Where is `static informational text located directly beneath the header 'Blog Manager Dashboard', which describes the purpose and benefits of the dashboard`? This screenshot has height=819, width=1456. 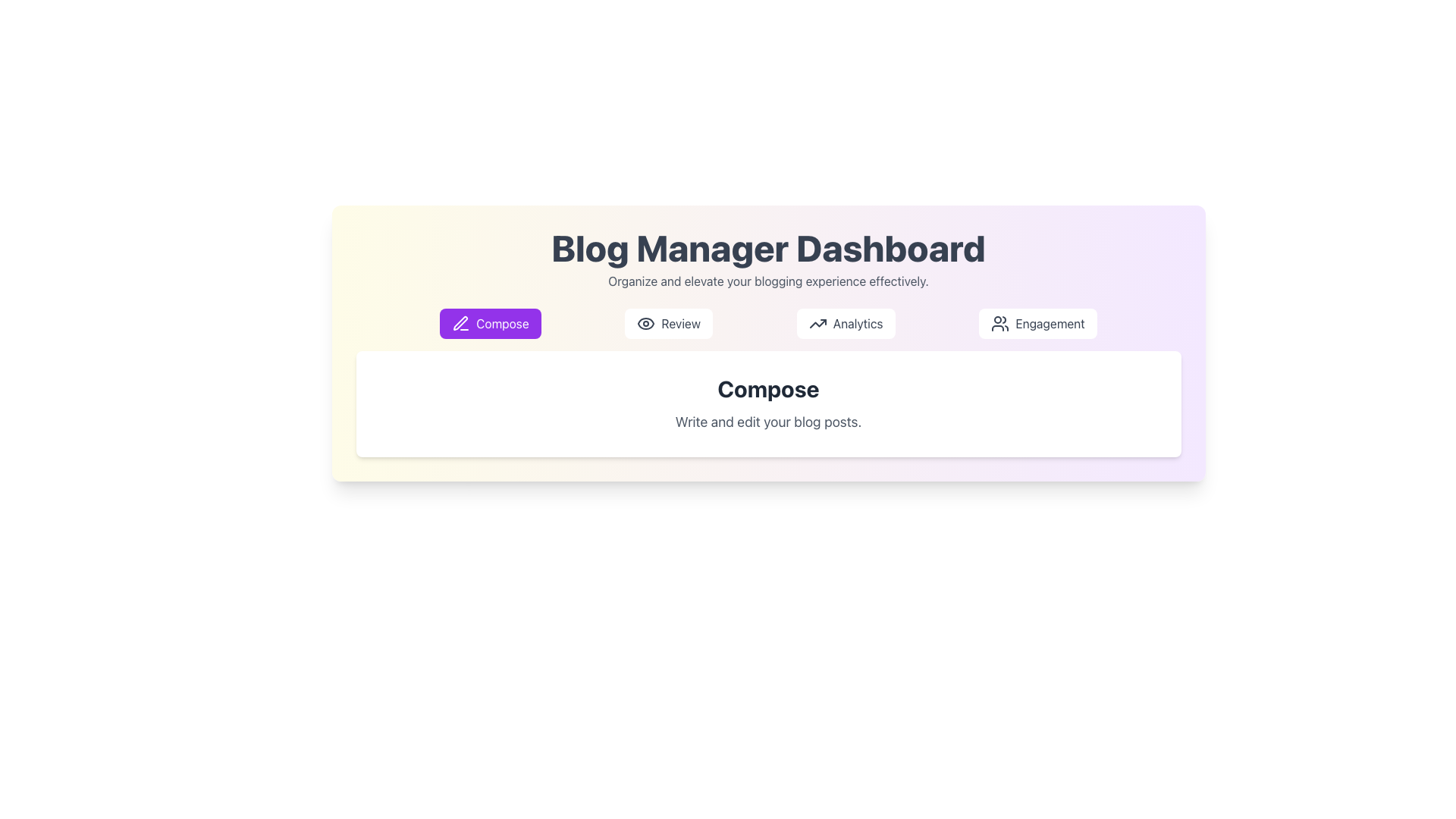
static informational text located directly beneath the header 'Blog Manager Dashboard', which describes the purpose and benefits of the dashboard is located at coordinates (768, 281).